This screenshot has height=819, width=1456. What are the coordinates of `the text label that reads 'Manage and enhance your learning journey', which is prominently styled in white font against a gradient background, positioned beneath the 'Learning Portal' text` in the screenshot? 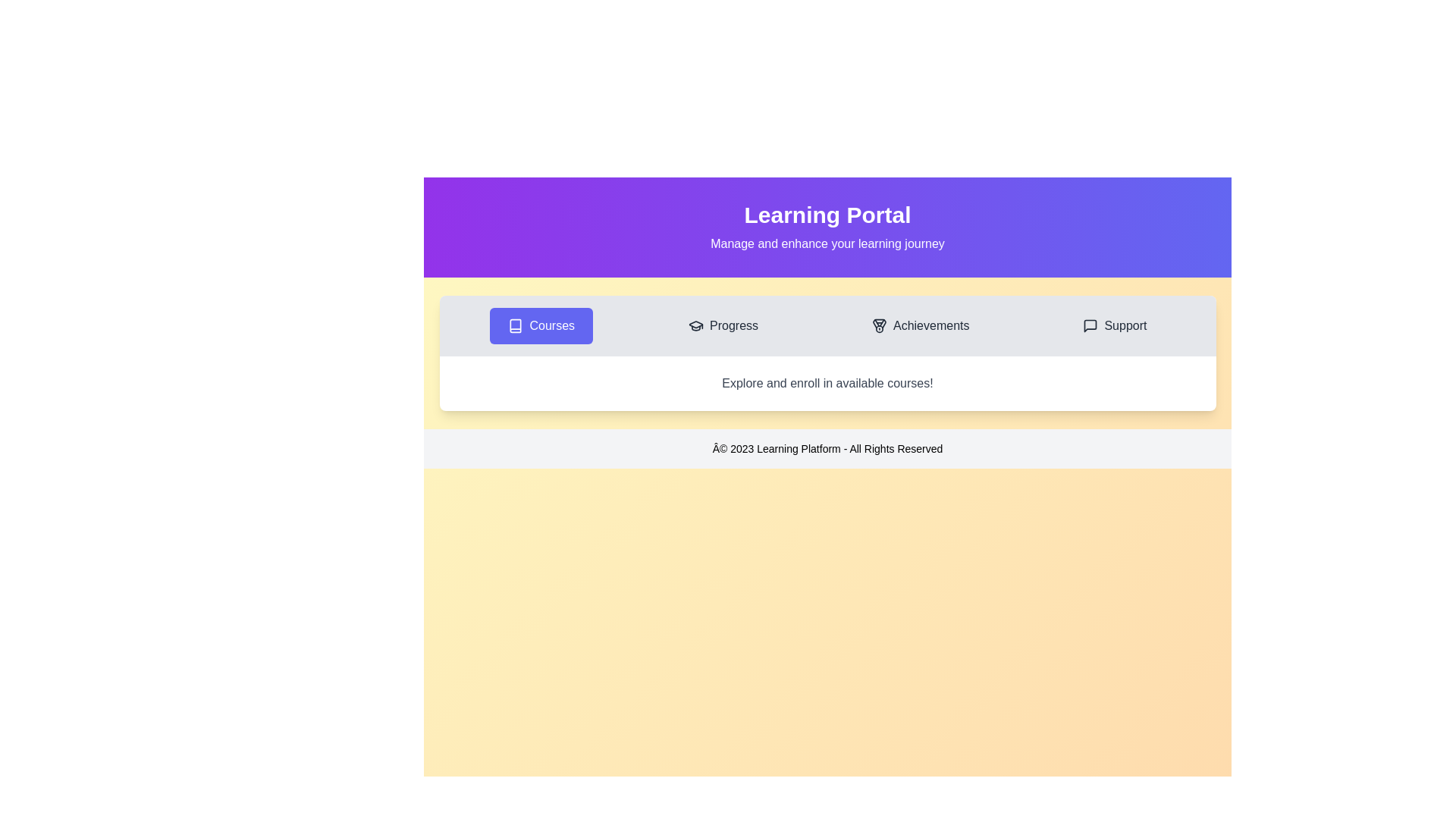 It's located at (827, 243).